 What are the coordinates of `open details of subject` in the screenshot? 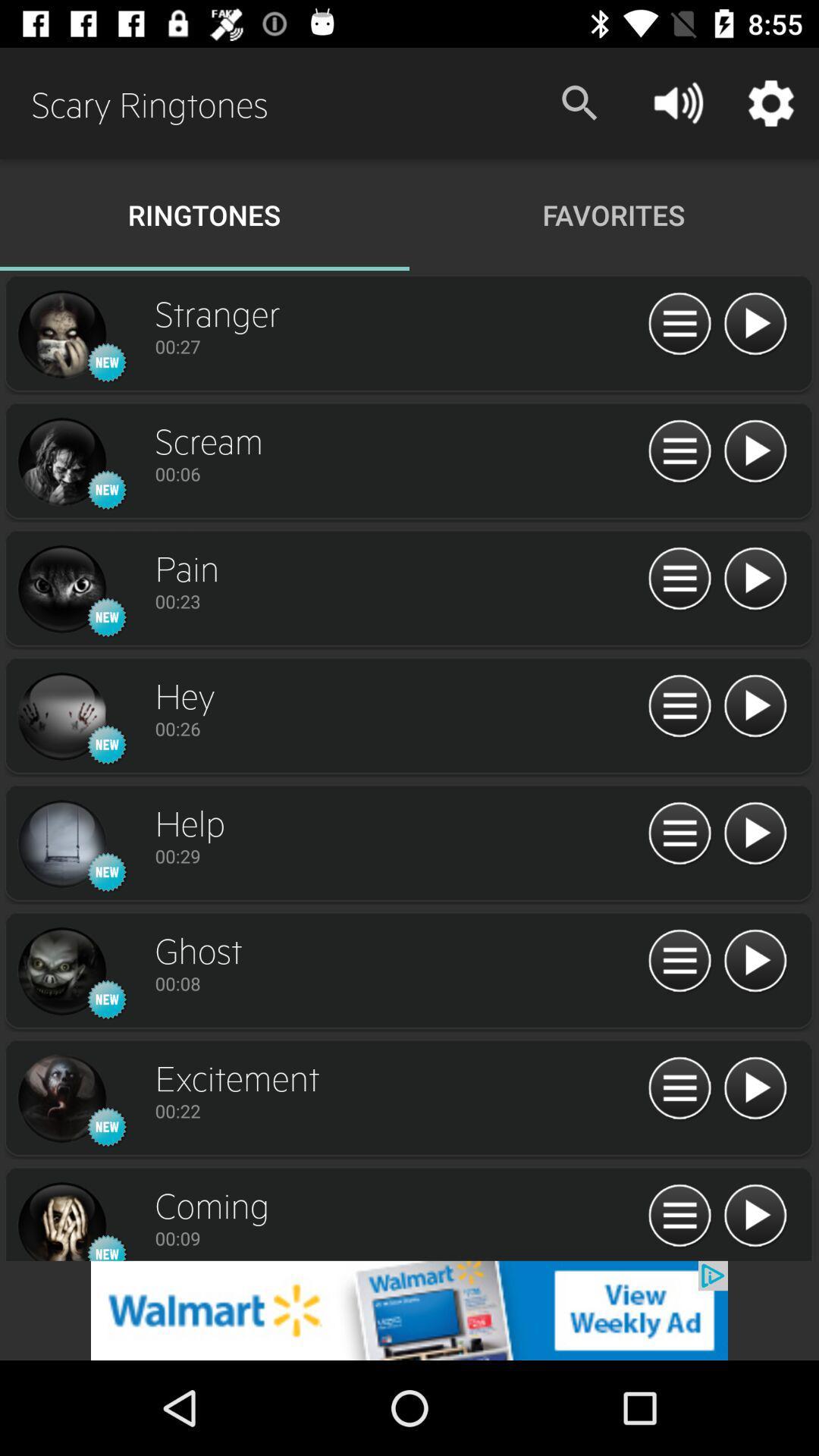 It's located at (679, 451).